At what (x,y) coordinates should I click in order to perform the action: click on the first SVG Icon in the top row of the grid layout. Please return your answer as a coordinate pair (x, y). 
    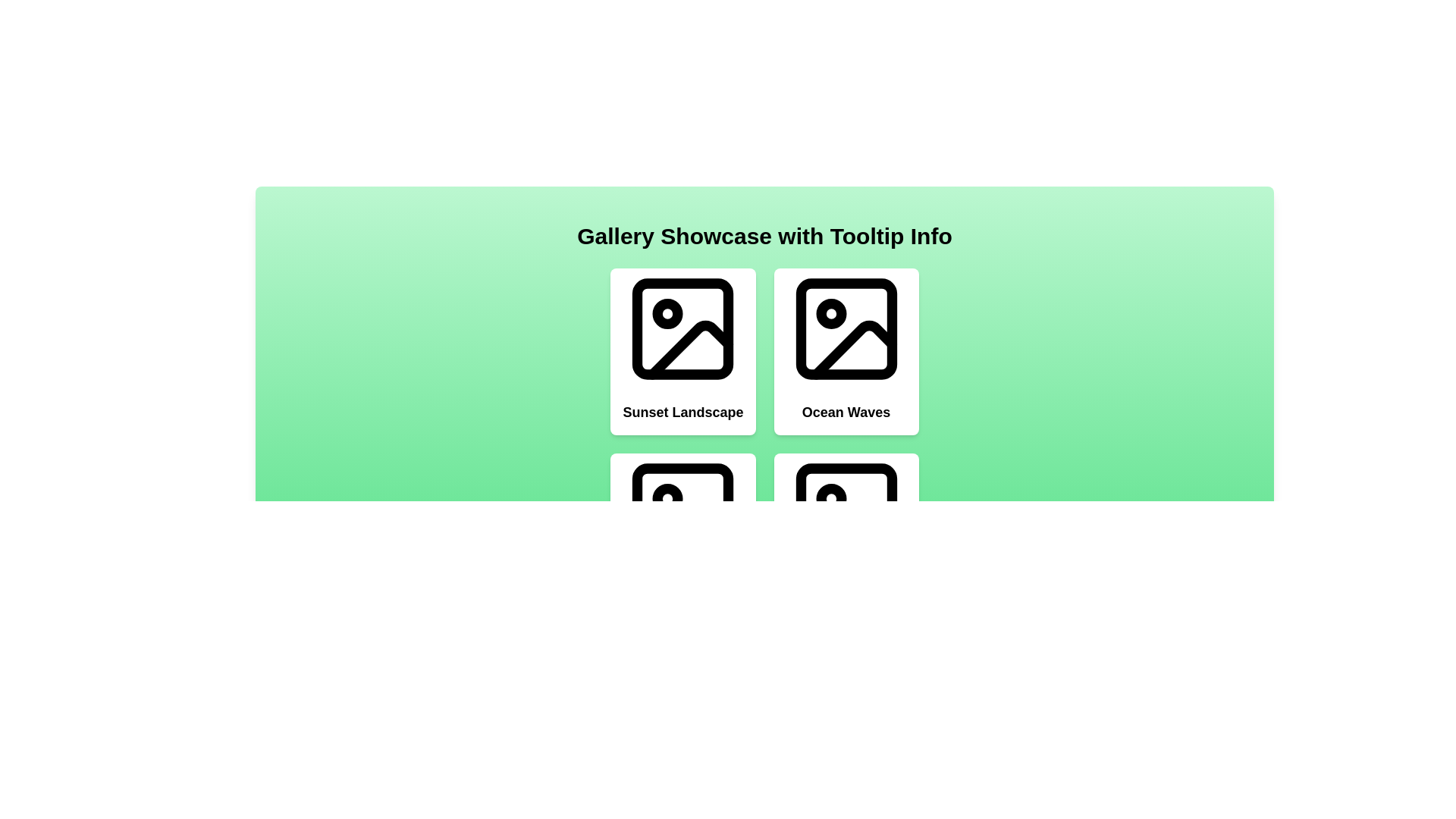
    Looking at the image, I should click on (682, 328).